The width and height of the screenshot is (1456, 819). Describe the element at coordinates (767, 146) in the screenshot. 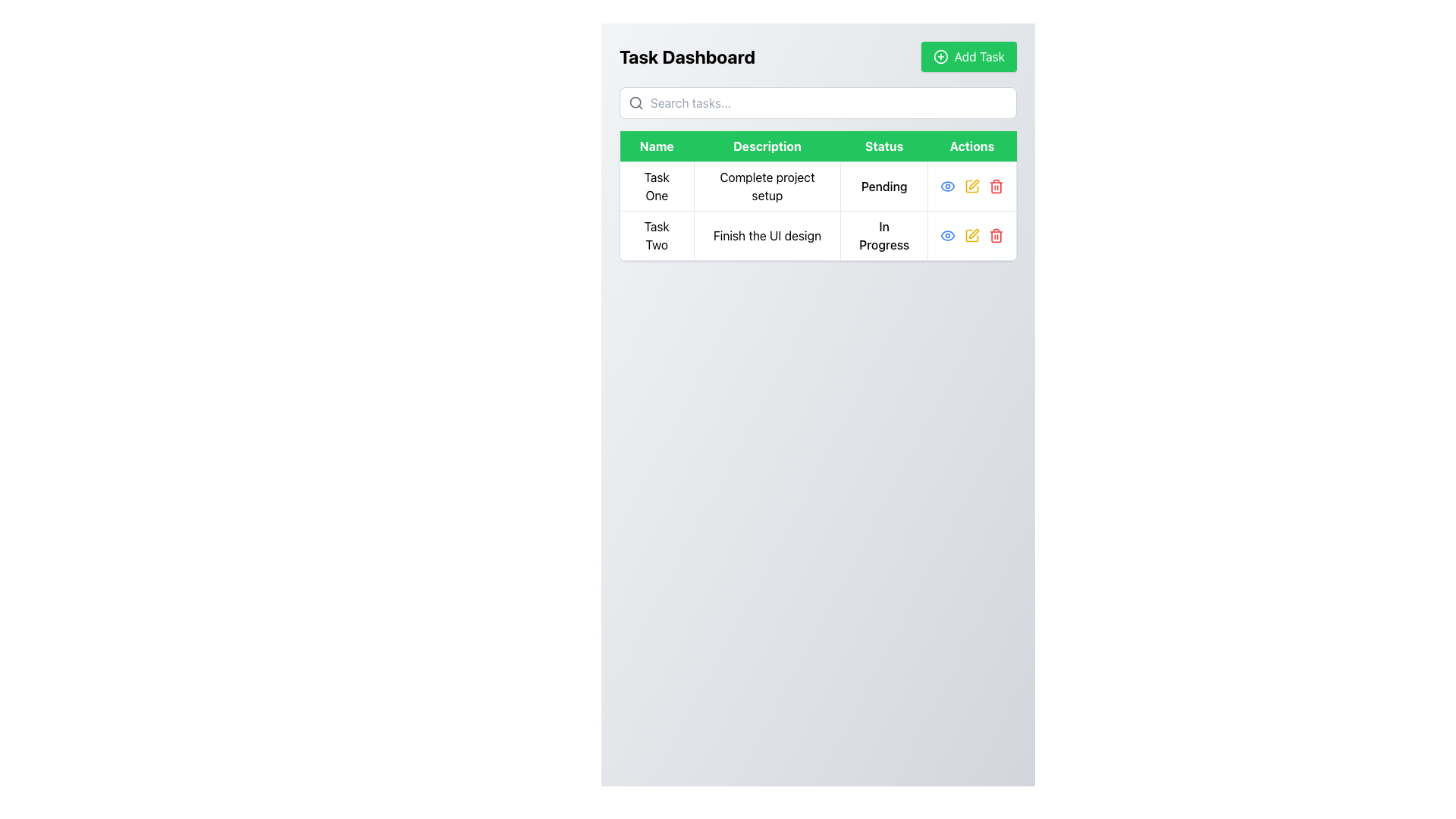

I see `the Table Column Header displaying 'Description' in white text on a green background, located in the second column of the header row` at that location.